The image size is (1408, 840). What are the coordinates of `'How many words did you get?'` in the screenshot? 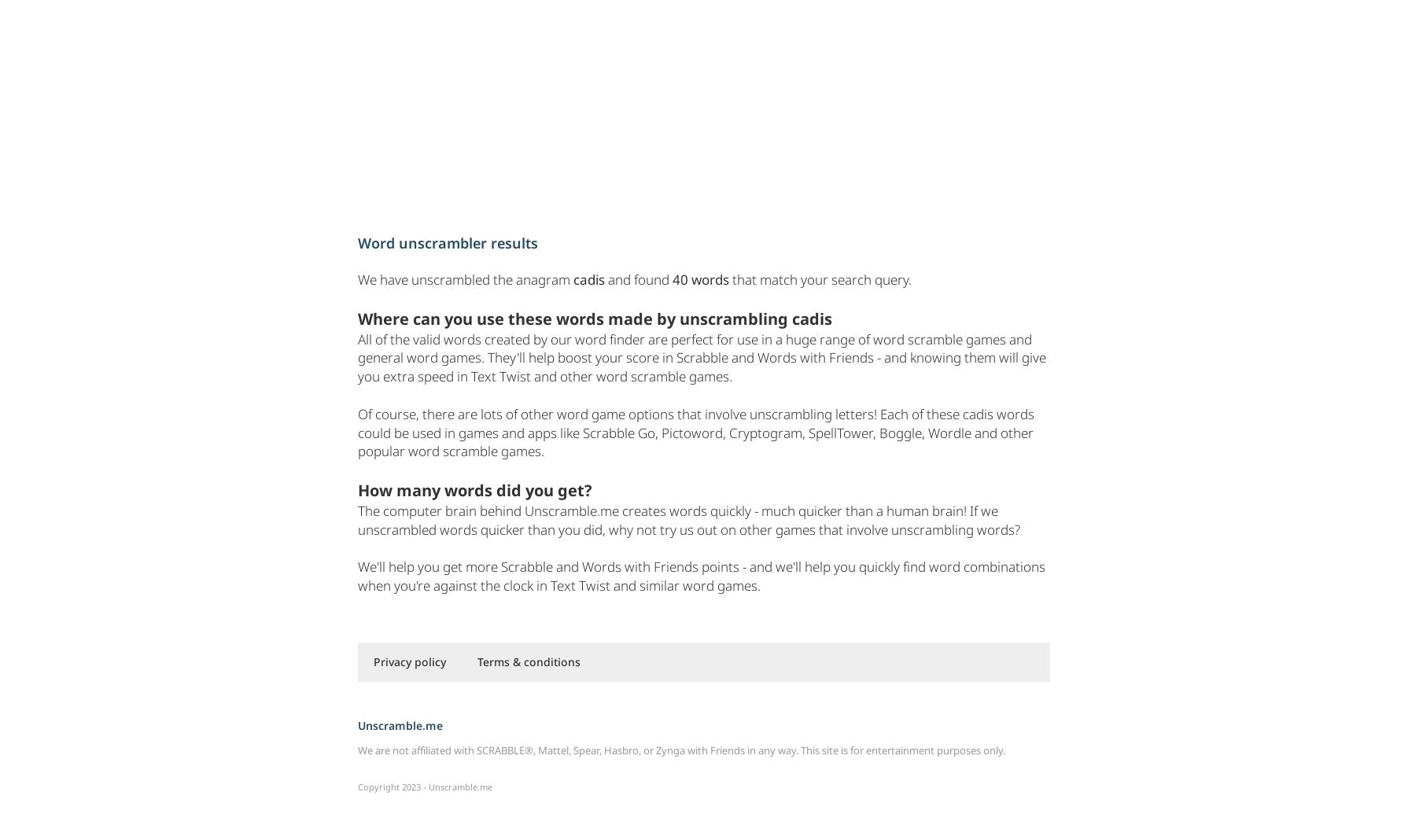 It's located at (474, 489).